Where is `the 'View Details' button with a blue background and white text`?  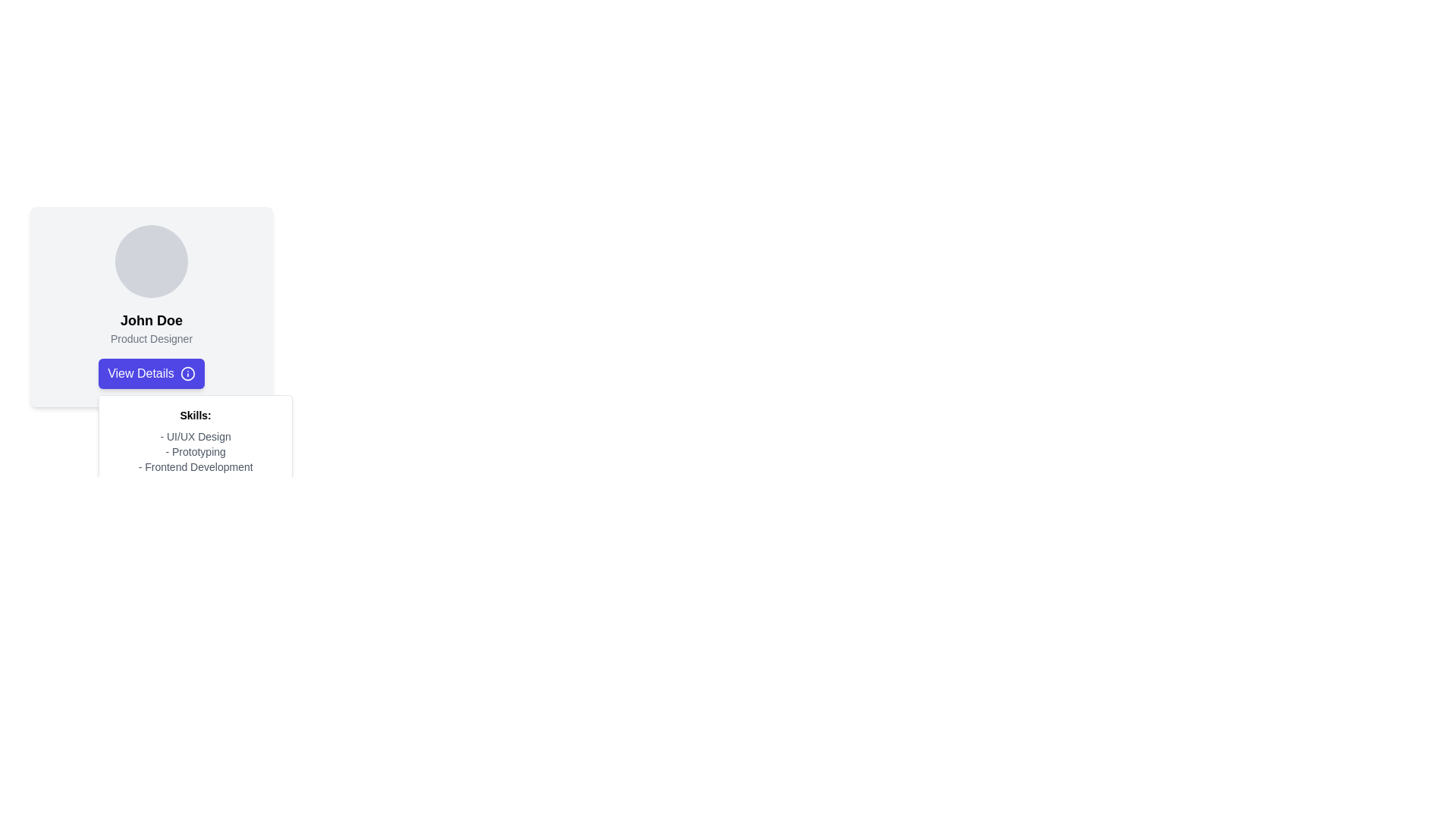 the 'View Details' button with a blue background and white text is located at coordinates (152, 374).